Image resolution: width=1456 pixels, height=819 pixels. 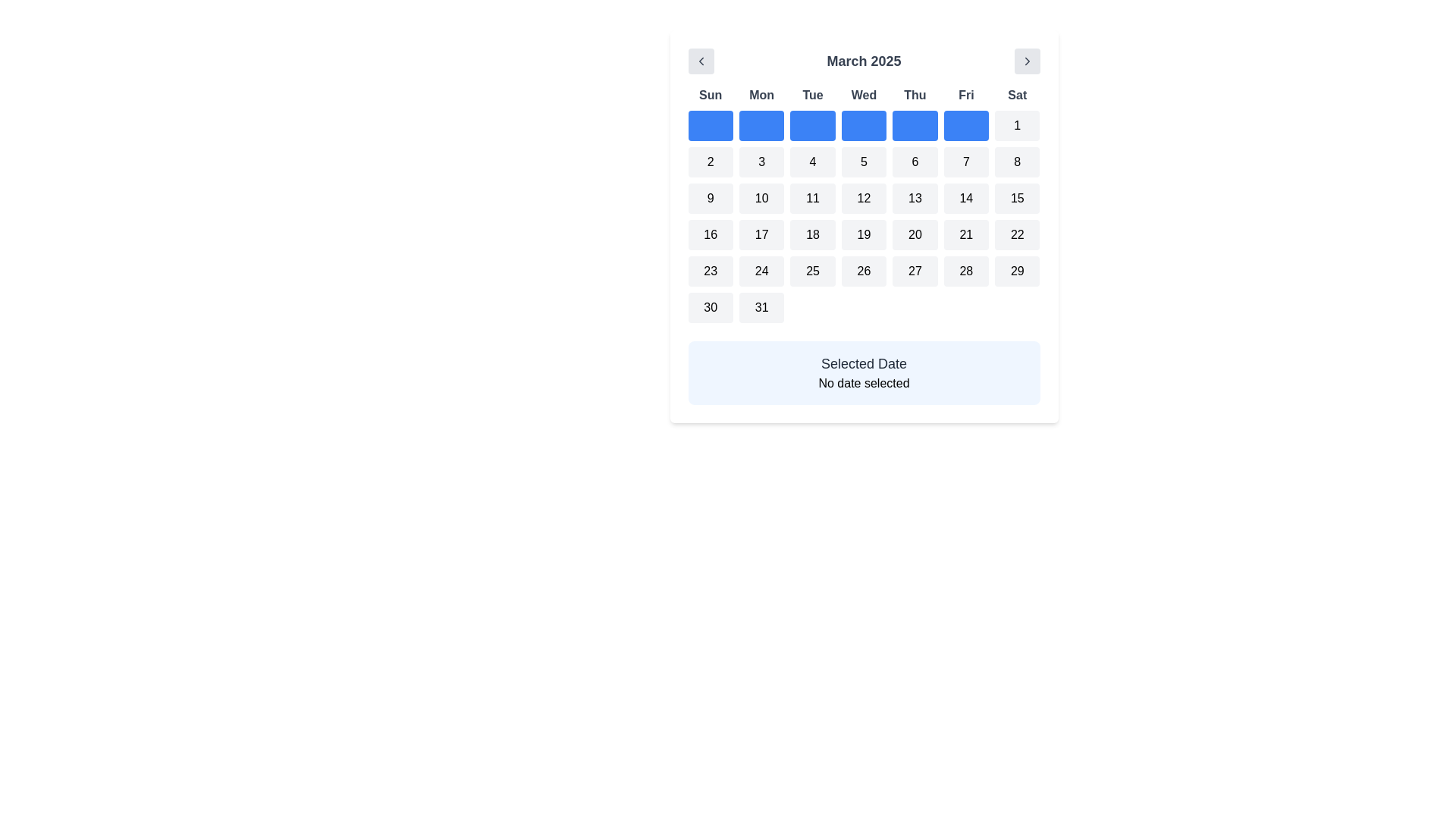 What do you see at coordinates (914, 271) in the screenshot?
I see `the interactive calendar date button displaying the number '27', which is located in the 5th row and 6th column of the calendar grid, beneath the 'Fri' column` at bounding box center [914, 271].